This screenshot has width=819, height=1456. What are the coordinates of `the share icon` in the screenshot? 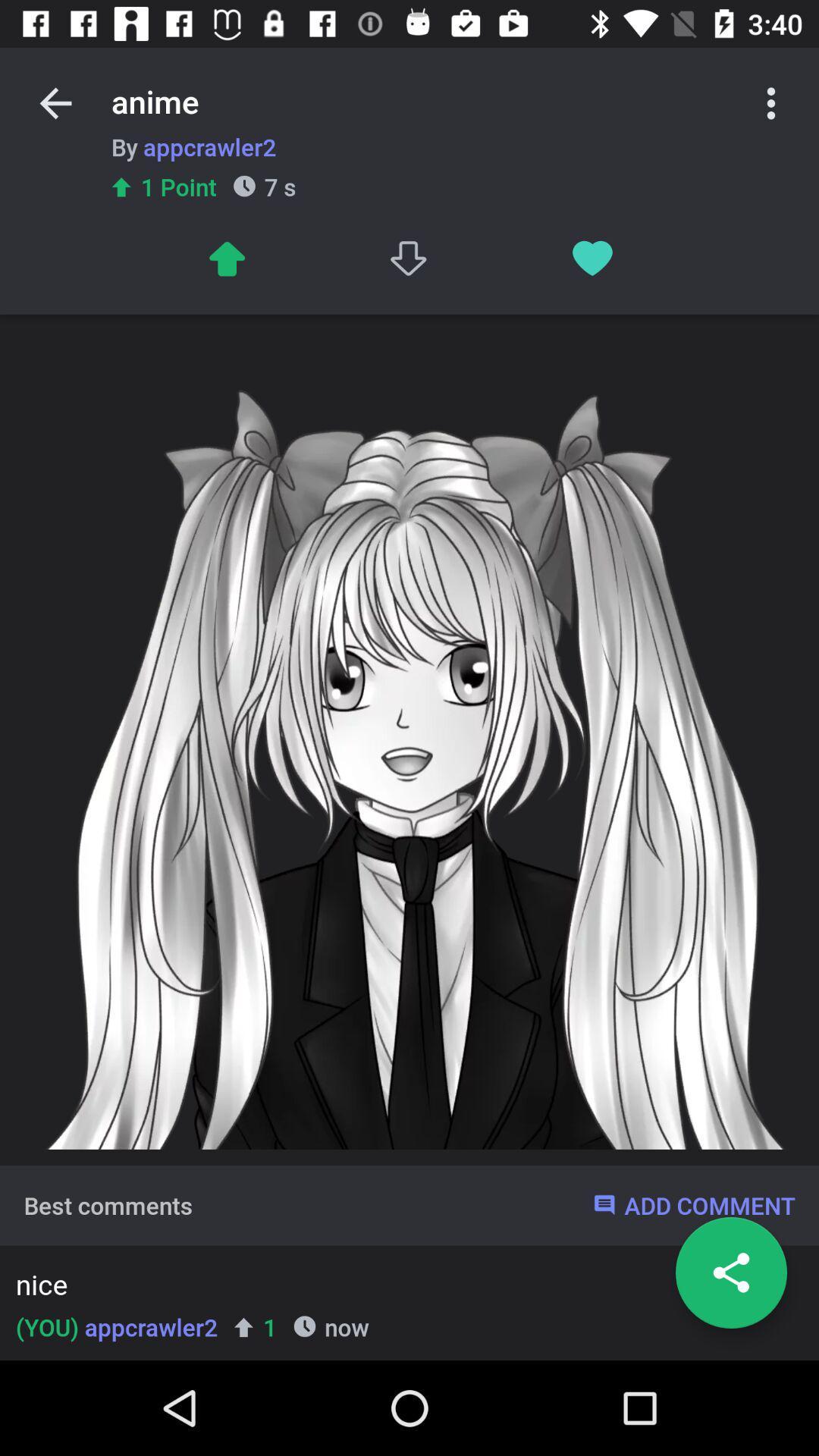 It's located at (730, 1272).